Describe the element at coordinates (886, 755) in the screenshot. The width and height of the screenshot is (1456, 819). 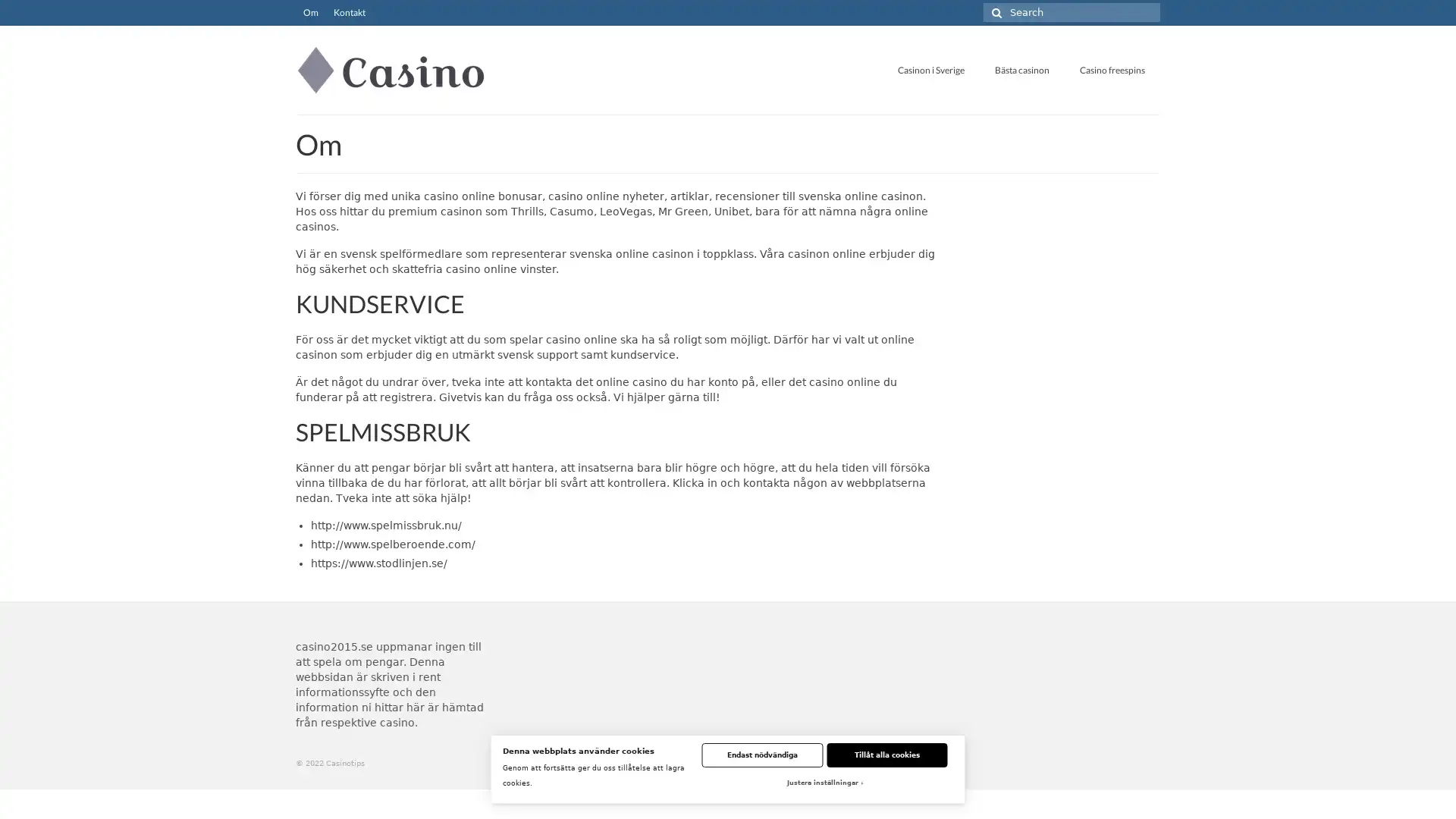
I see `Tillat alla cookies` at that location.